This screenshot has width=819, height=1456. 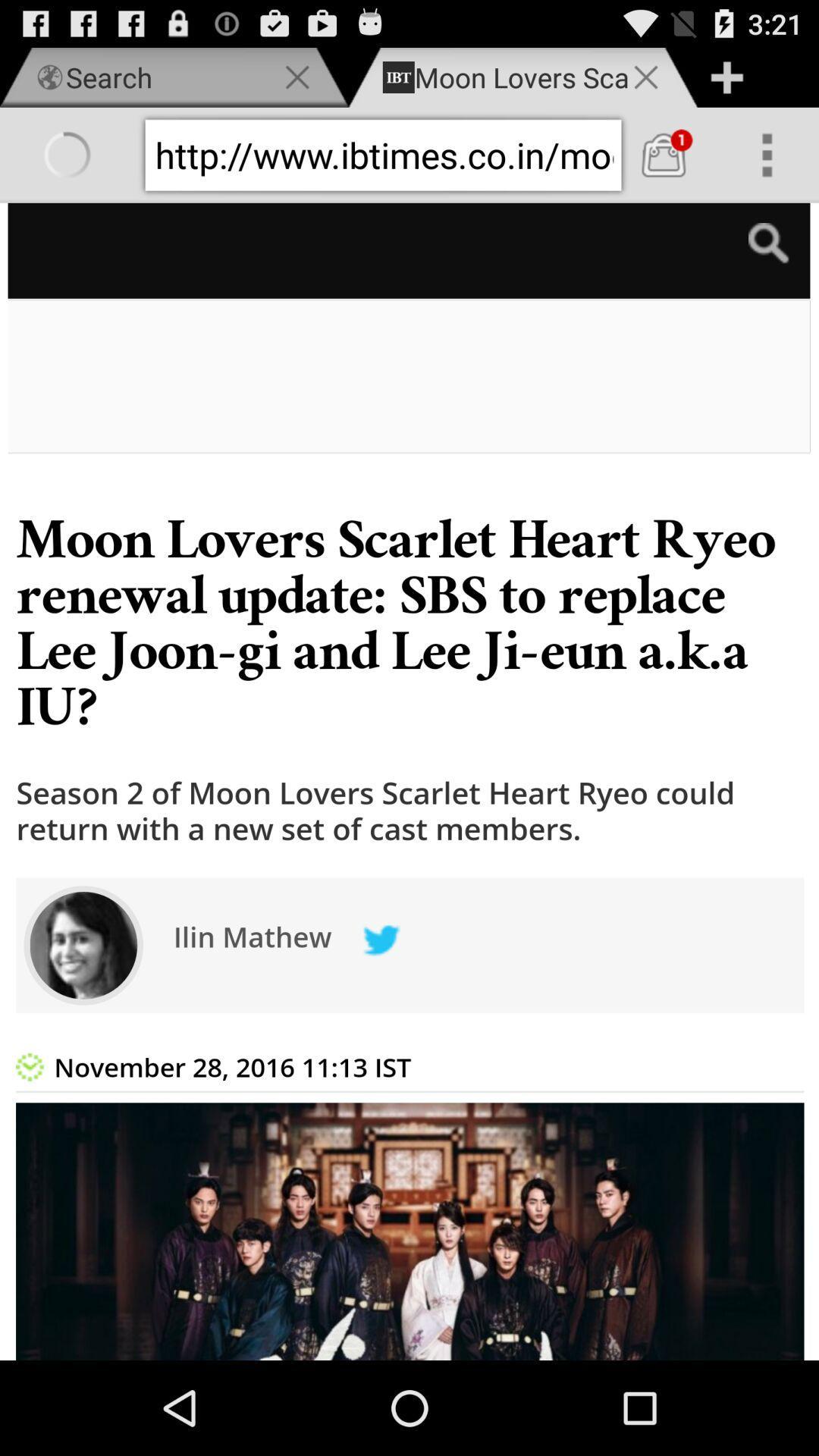 I want to click on new tab, so click(x=726, y=77).